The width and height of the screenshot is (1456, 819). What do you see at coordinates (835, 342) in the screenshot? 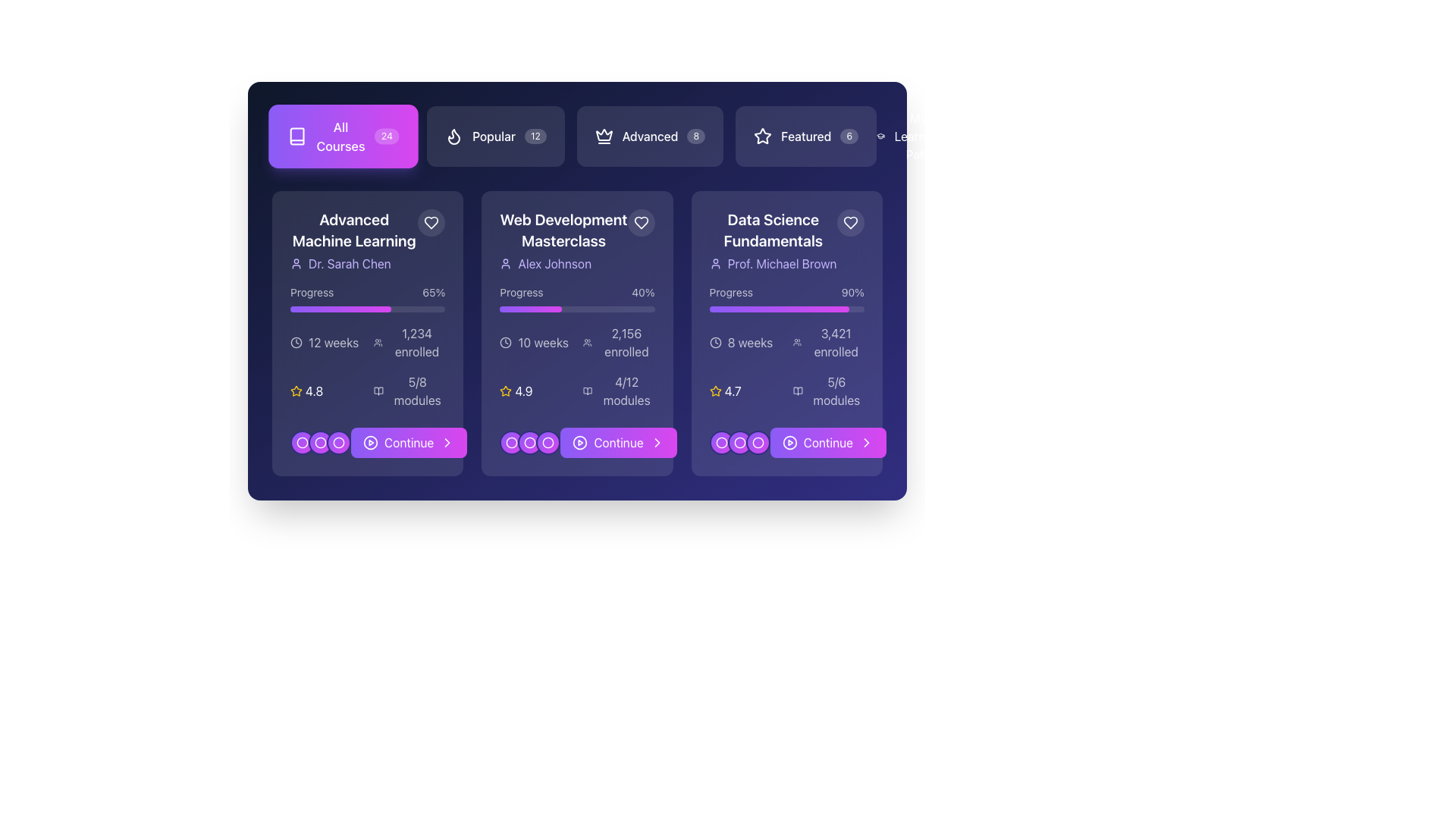
I see `the text label displaying '3,421 enrolled' in a semi-transparent style, located within the 'Data Science Fundamentals' card on the rightmost side, positioned above the bottom row of icons and buttons` at bounding box center [835, 342].